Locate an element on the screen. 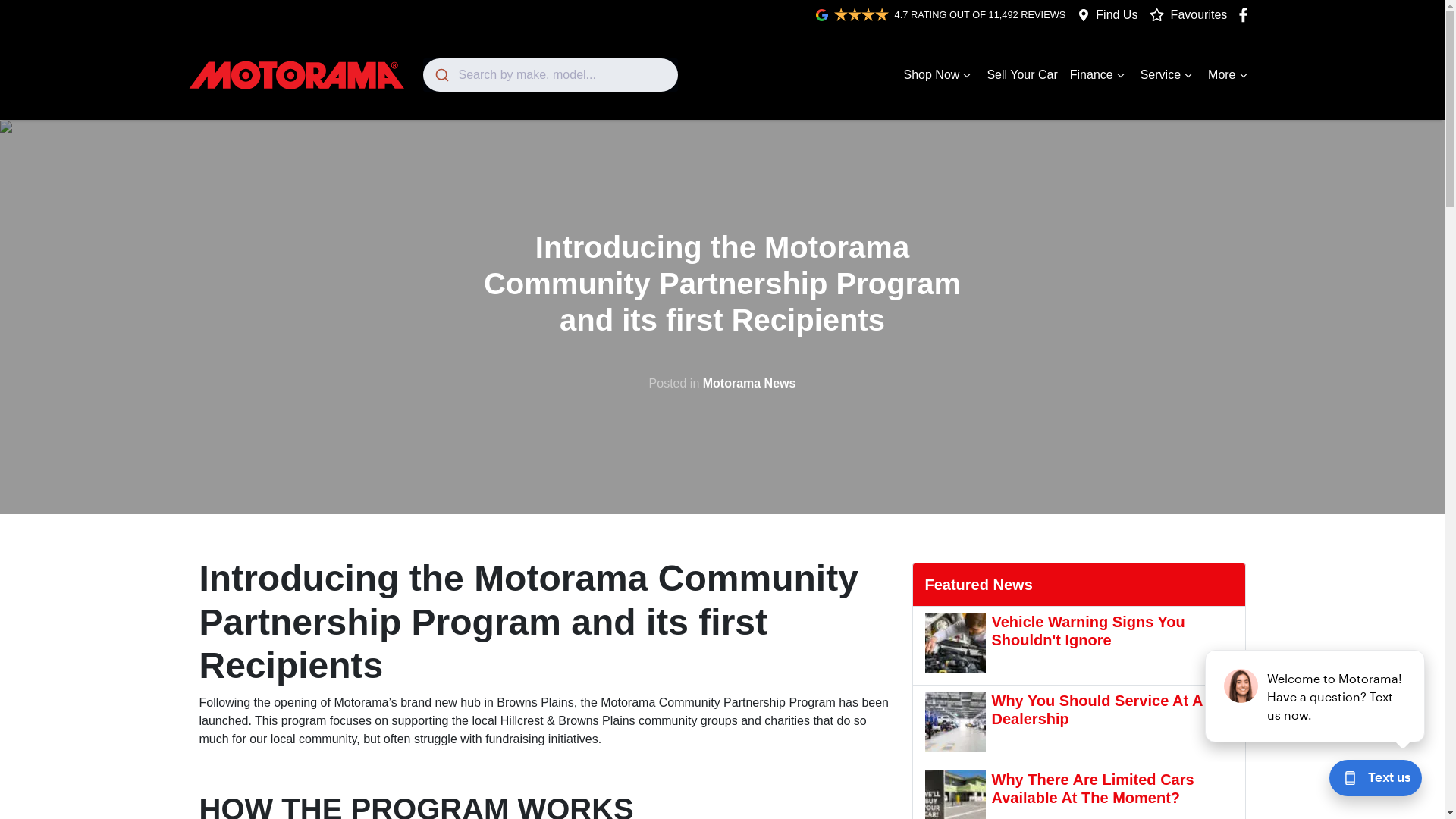  'Vehicle Warning Signs You Shouldn't Ignore' is located at coordinates (924, 645).